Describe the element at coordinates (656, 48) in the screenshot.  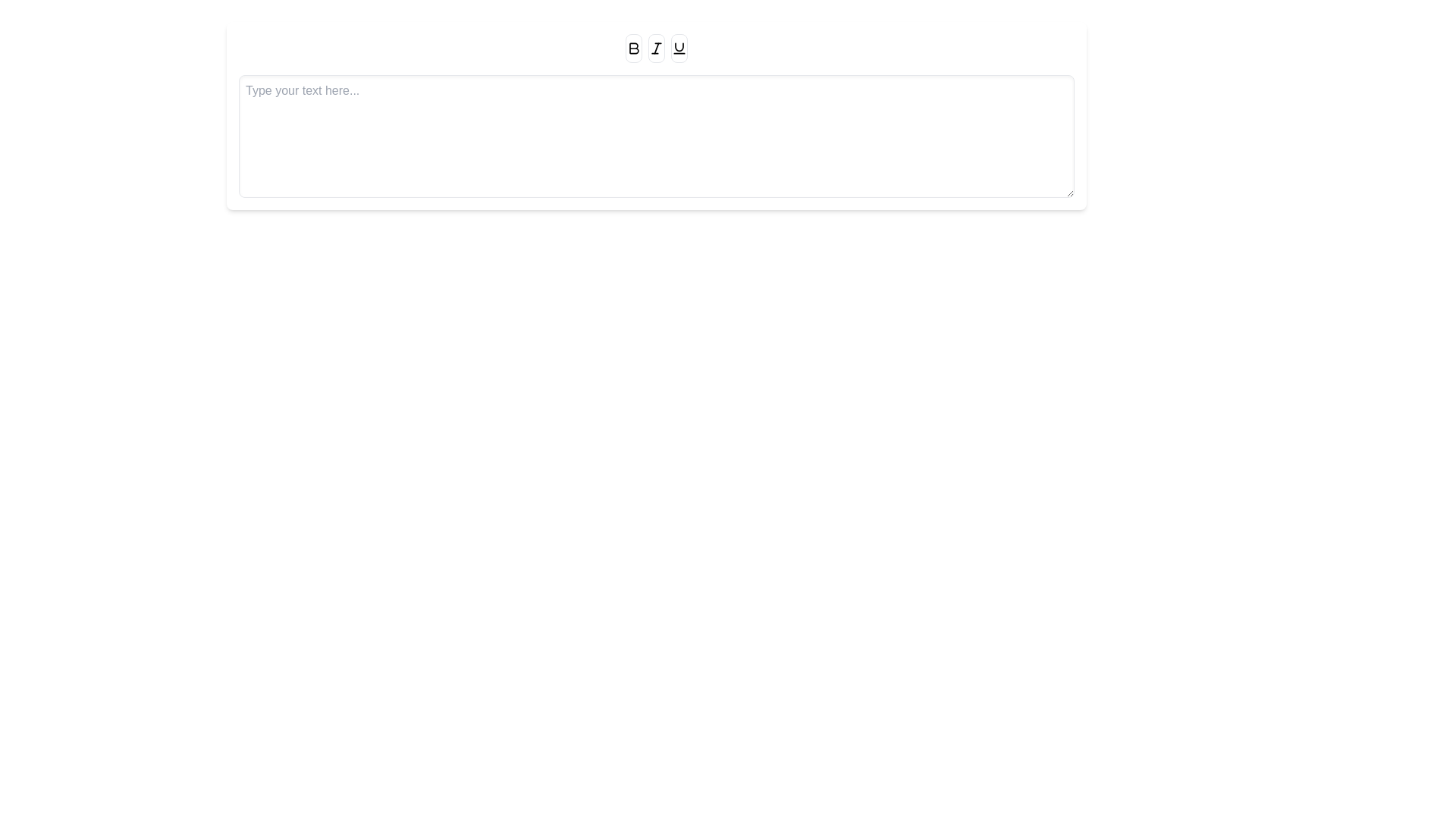
I see `the italic 'I' icon button for text formatting located in the center of the button group above the text input field` at that location.